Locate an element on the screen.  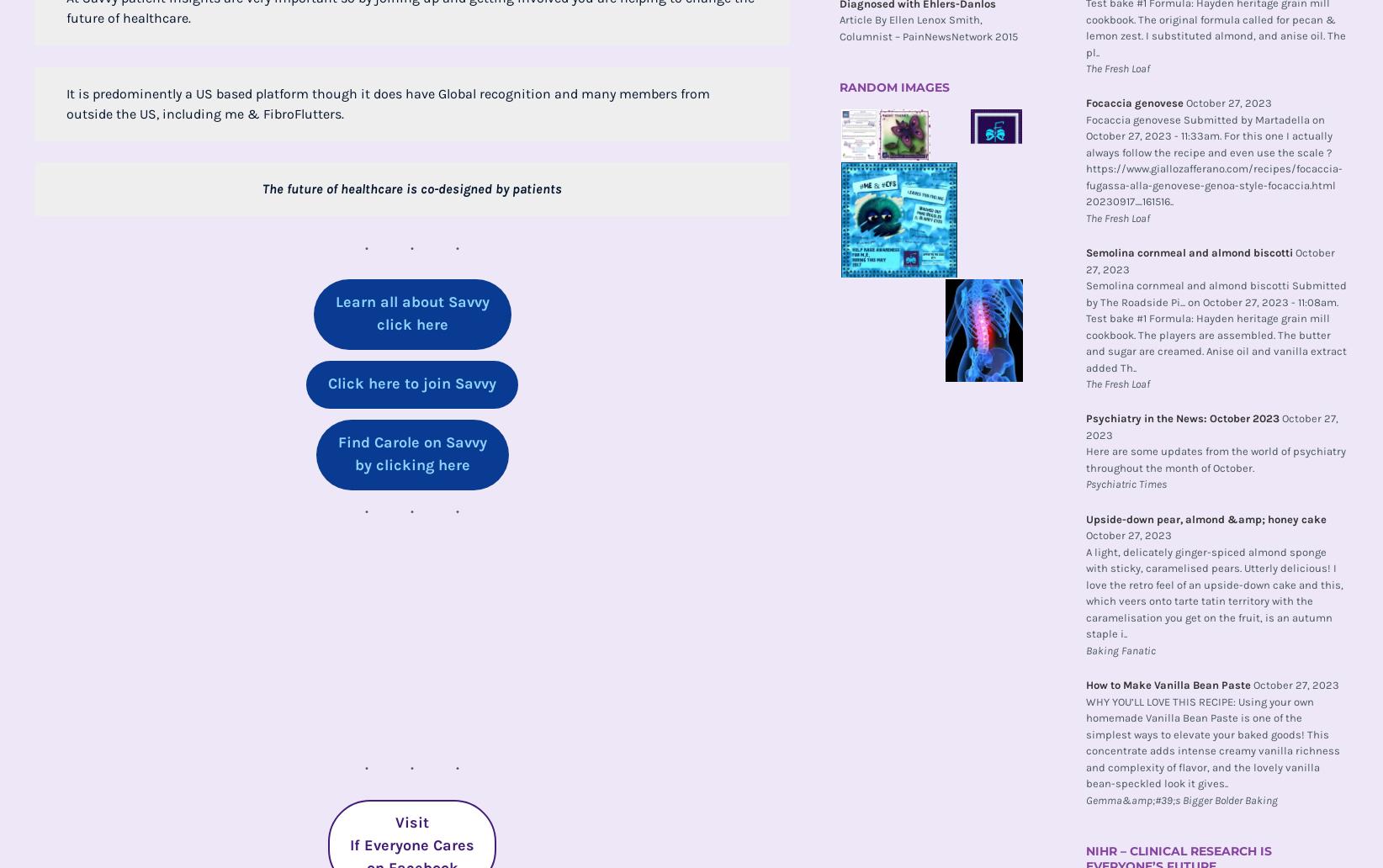
'Upside-down pear, almond &amp; honey cake' is located at coordinates (1205, 518).